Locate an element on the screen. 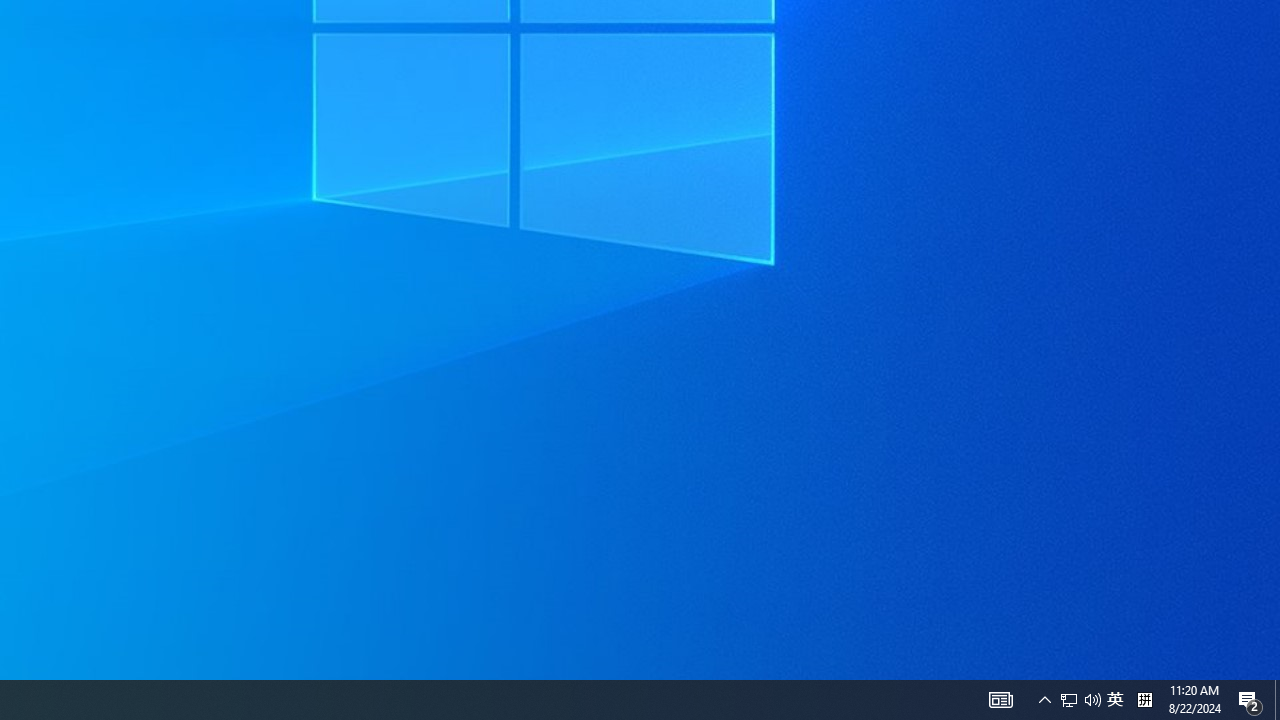 This screenshot has width=1280, height=720. 'Q2790: 100%' is located at coordinates (1068, 698).